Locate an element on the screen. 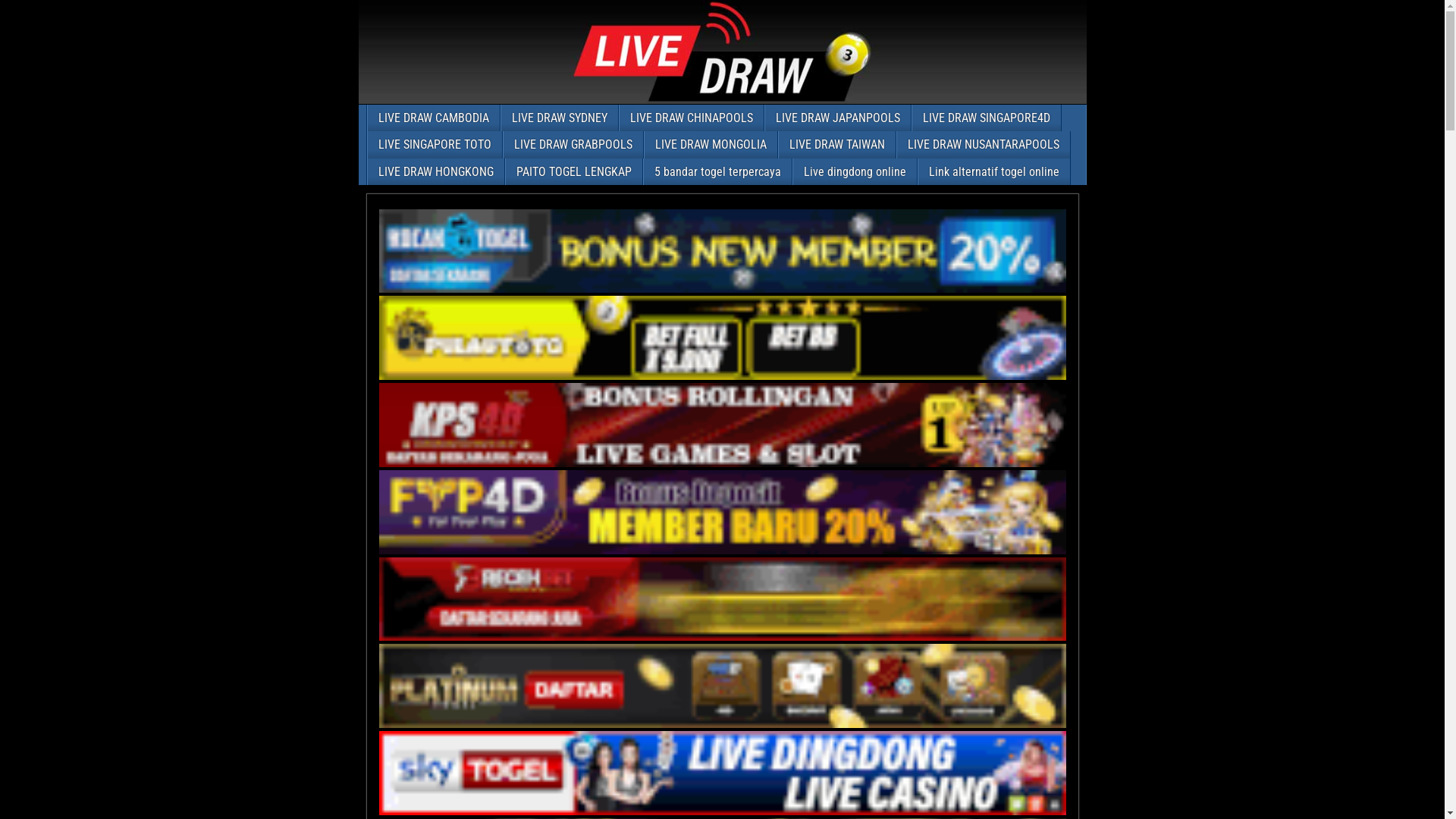 The width and height of the screenshot is (1456, 819). 'LIVE DRAW SINGAPORE4D' is located at coordinates (986, 117).